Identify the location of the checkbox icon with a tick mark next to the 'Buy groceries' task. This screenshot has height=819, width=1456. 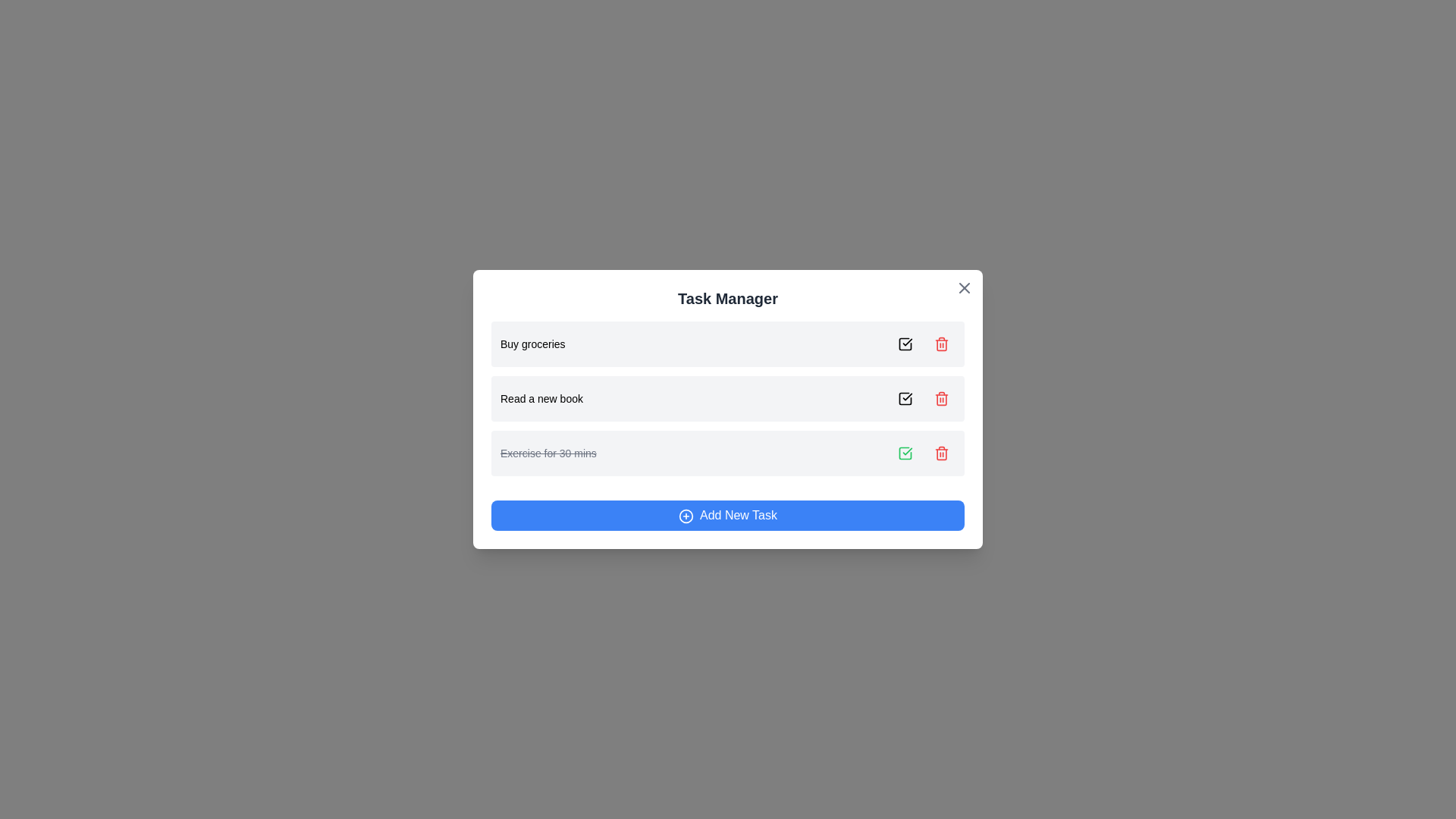
(905, 344).